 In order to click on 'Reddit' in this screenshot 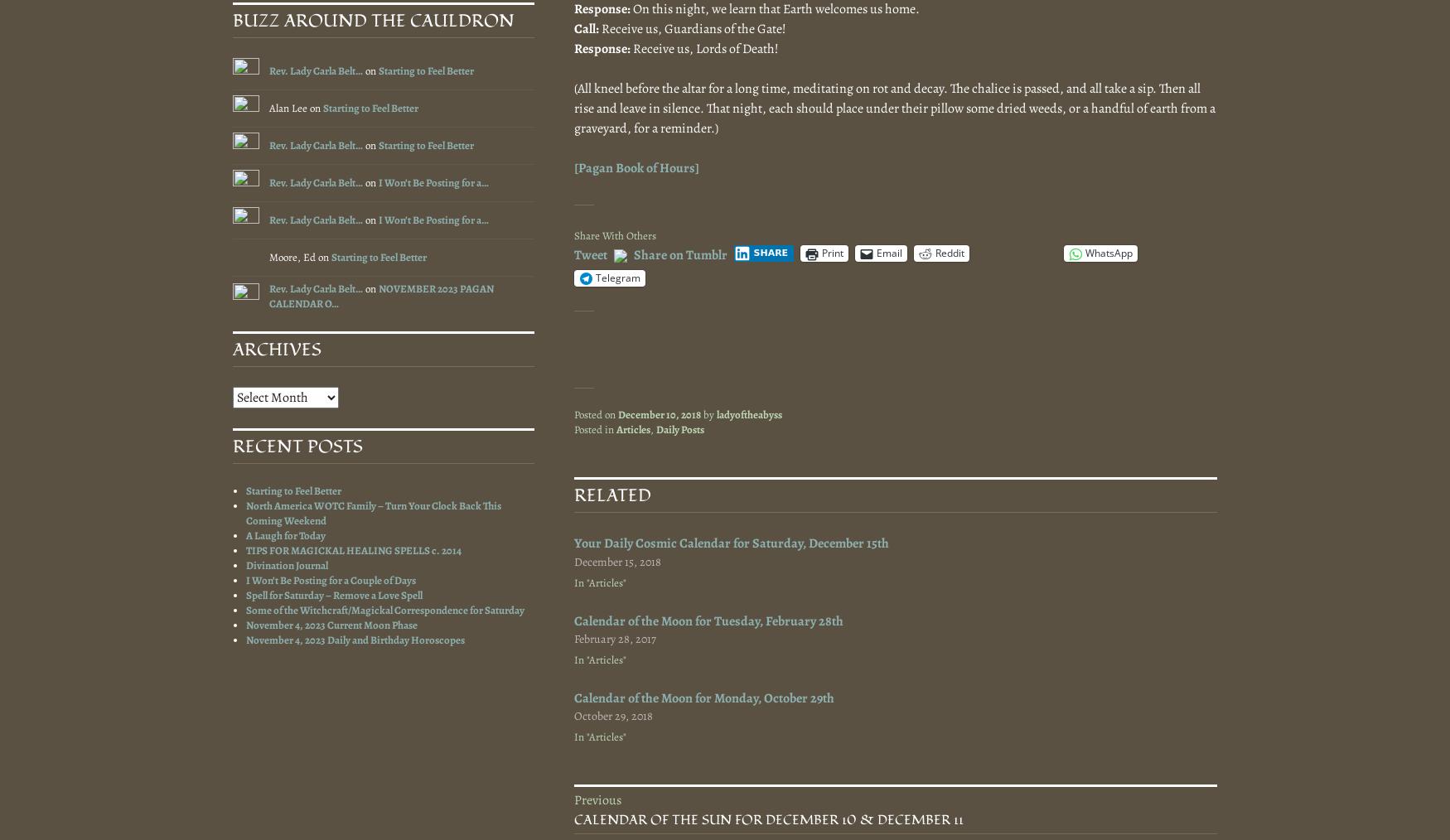, I will do `click(949, 253)`.